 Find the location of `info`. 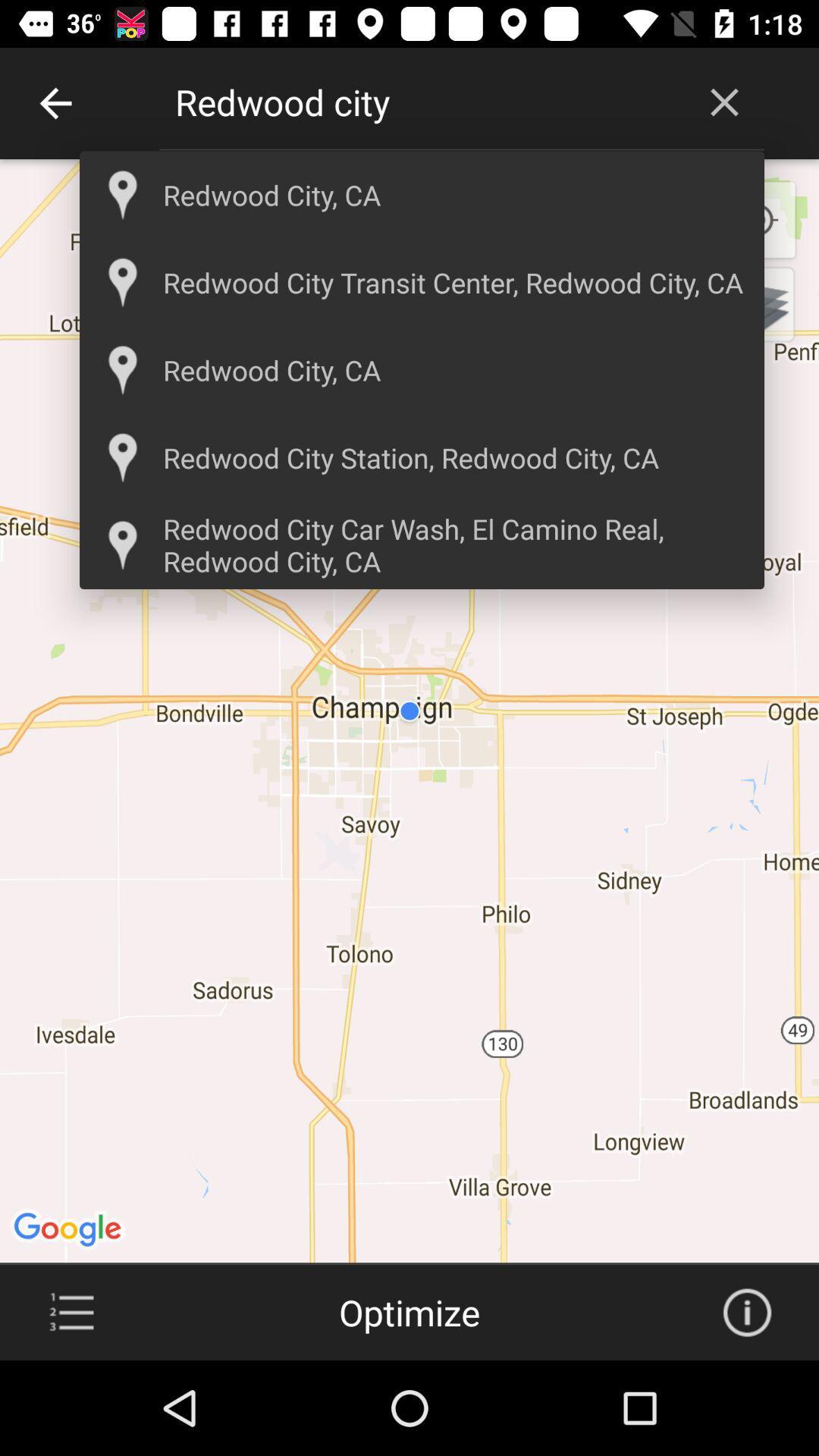

info is located at coordinates (746, 1312).